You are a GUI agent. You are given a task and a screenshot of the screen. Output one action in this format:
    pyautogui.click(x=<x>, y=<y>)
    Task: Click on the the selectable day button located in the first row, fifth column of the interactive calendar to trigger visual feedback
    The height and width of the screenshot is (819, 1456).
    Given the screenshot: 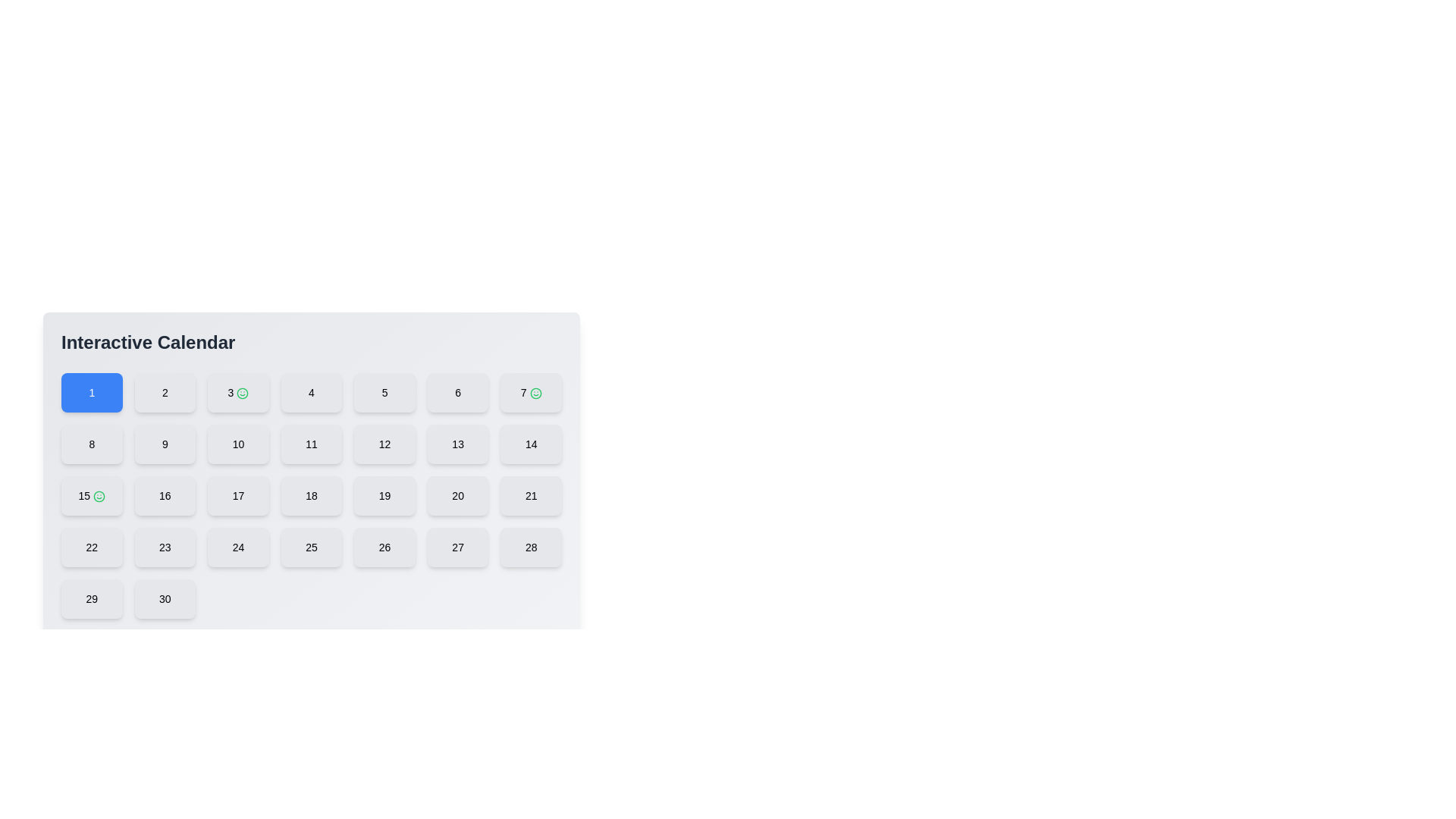 What is the action you would take?
    pyautogui.click(x=384, y=391)
    